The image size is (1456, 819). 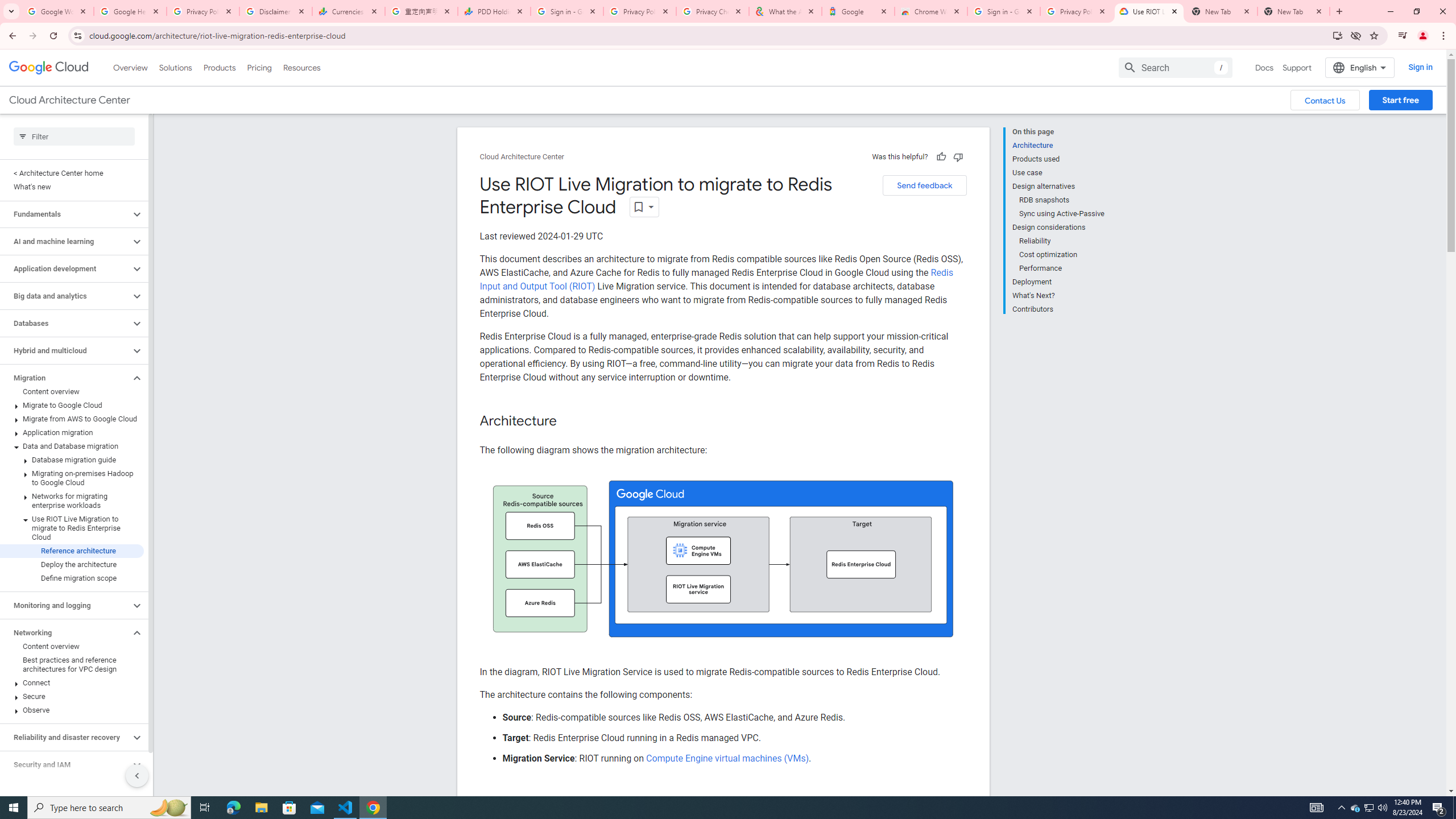 What do you see at coordinates (348, 11) in the screenshot?
I see `'Currencies - Google Finance'` at bounding box center [348, 11].